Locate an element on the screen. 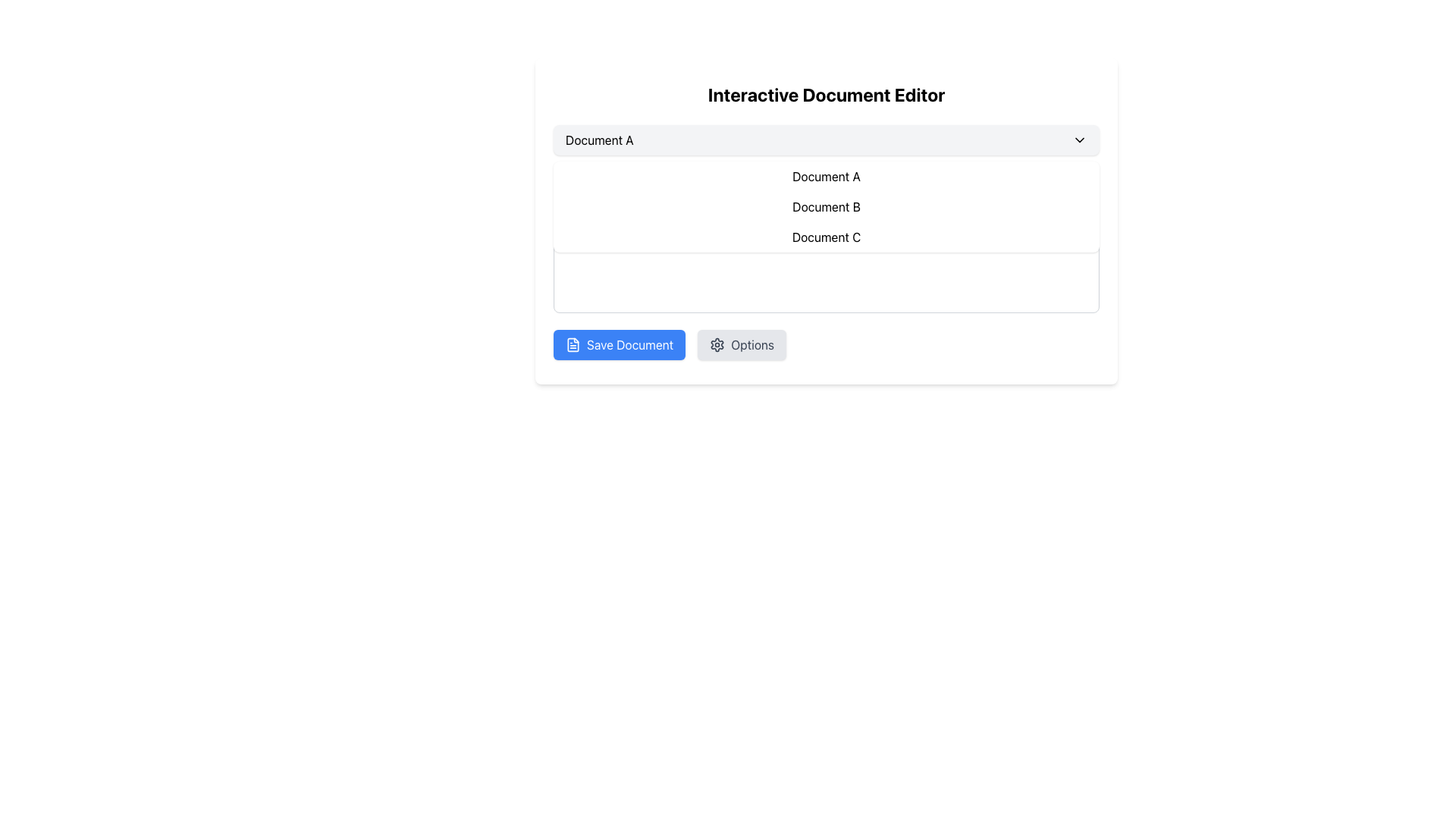 This screenshot has height=819, width=1456. the third item in the dropdown menu labeled 'Document C' is located at coordinates (825, 237).